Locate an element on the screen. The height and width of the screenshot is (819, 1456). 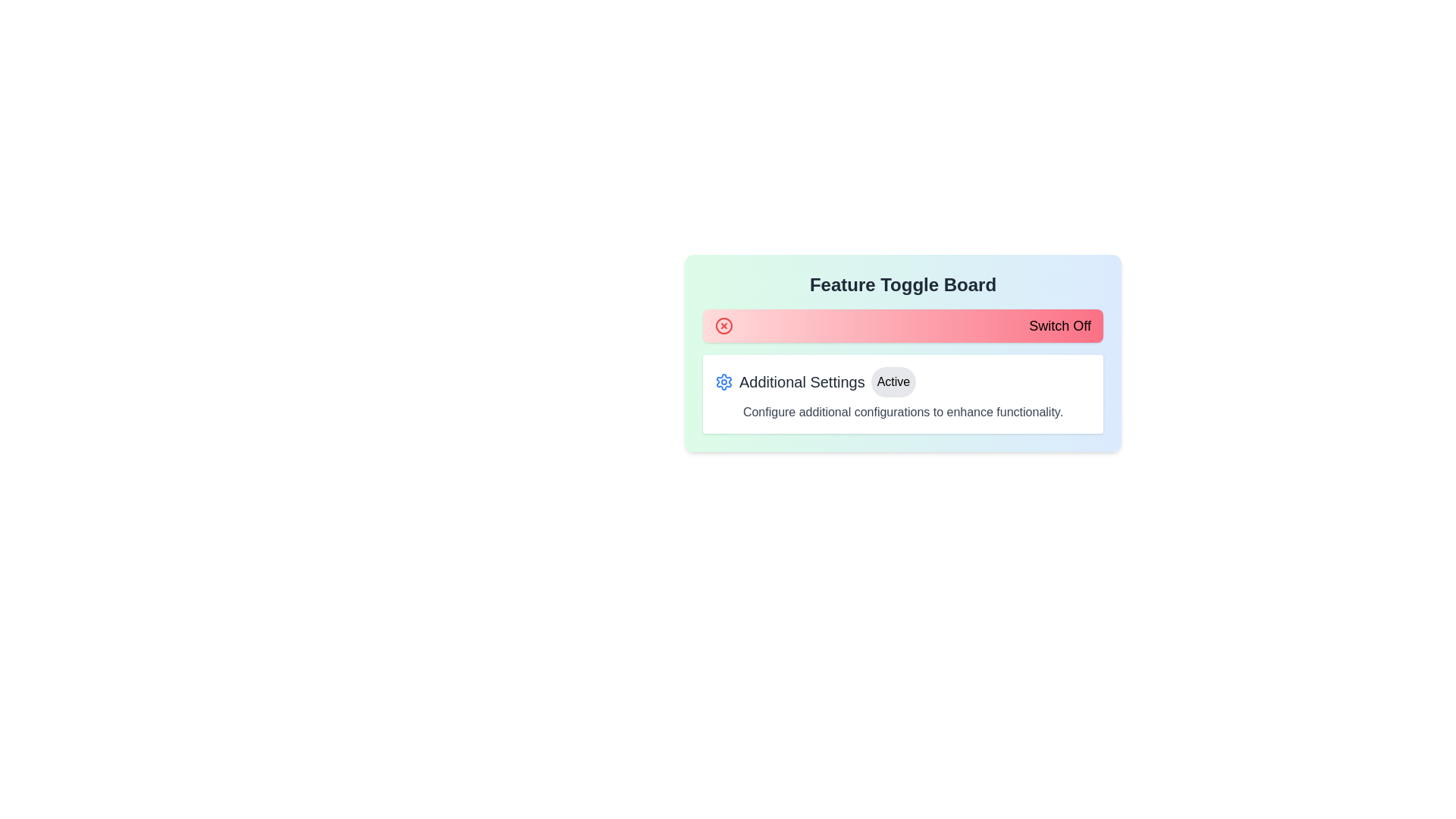
the 'Active' button in the Settings display row is located at coordinates (902, 381).